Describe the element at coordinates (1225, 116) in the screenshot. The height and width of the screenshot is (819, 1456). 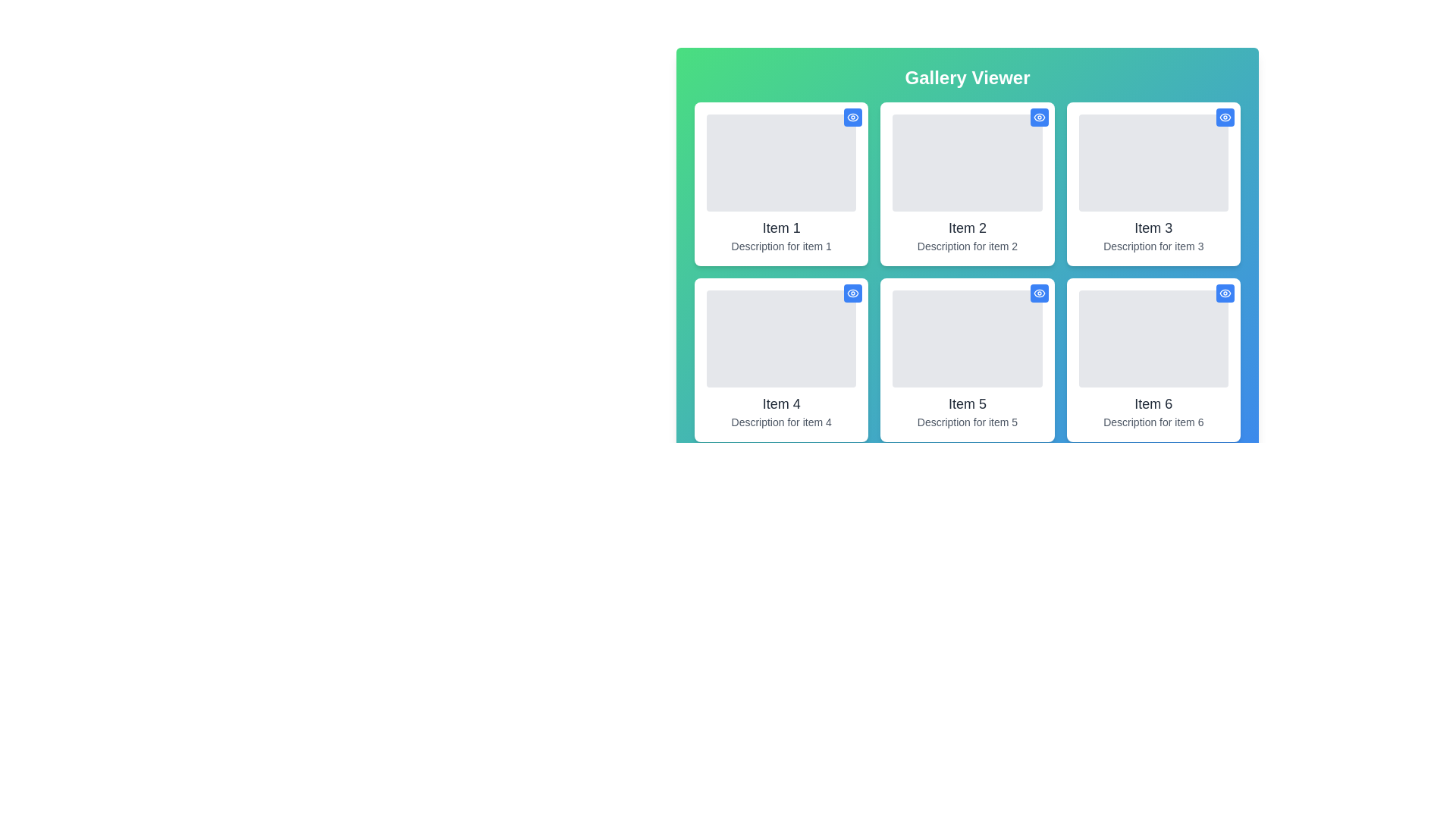
I see `the button in the top-right corner of the card labeled 'Item 3'` at that location.